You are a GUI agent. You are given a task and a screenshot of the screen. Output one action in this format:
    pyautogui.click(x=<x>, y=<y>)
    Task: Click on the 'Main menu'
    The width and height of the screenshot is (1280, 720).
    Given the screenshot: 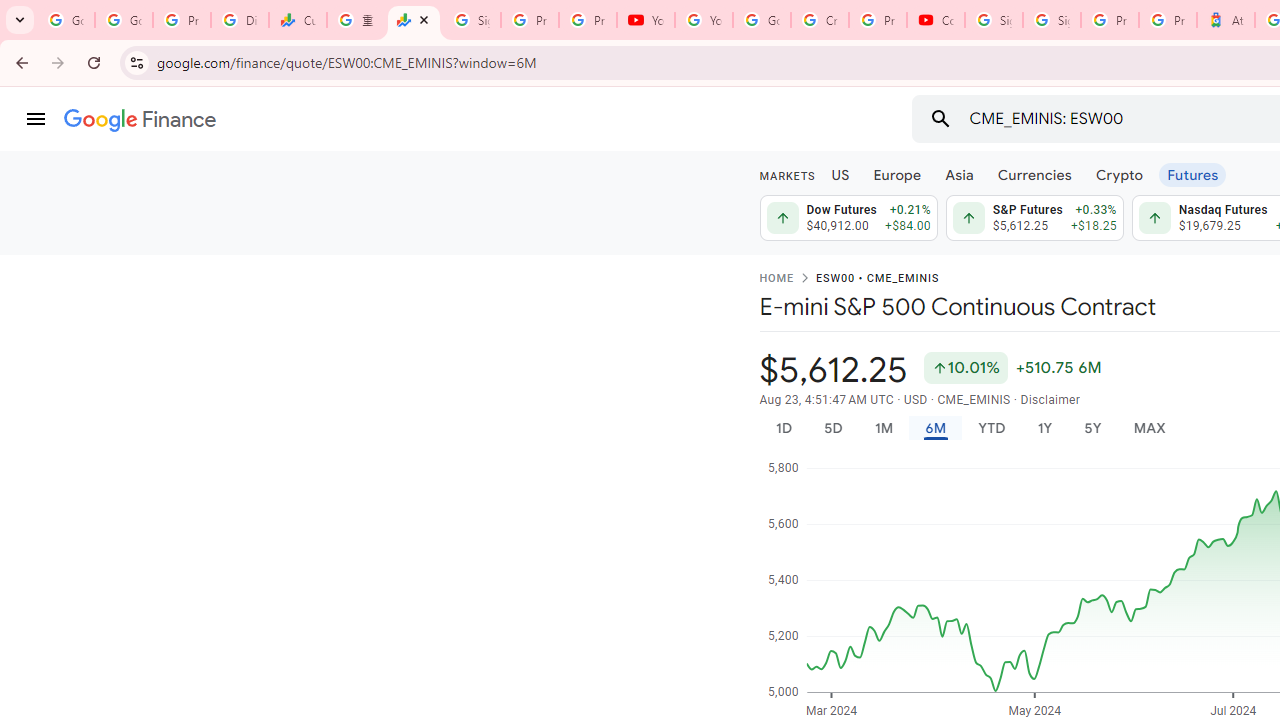 What is the action you would take?
    pyautogui.click(x=35, y=119)
    